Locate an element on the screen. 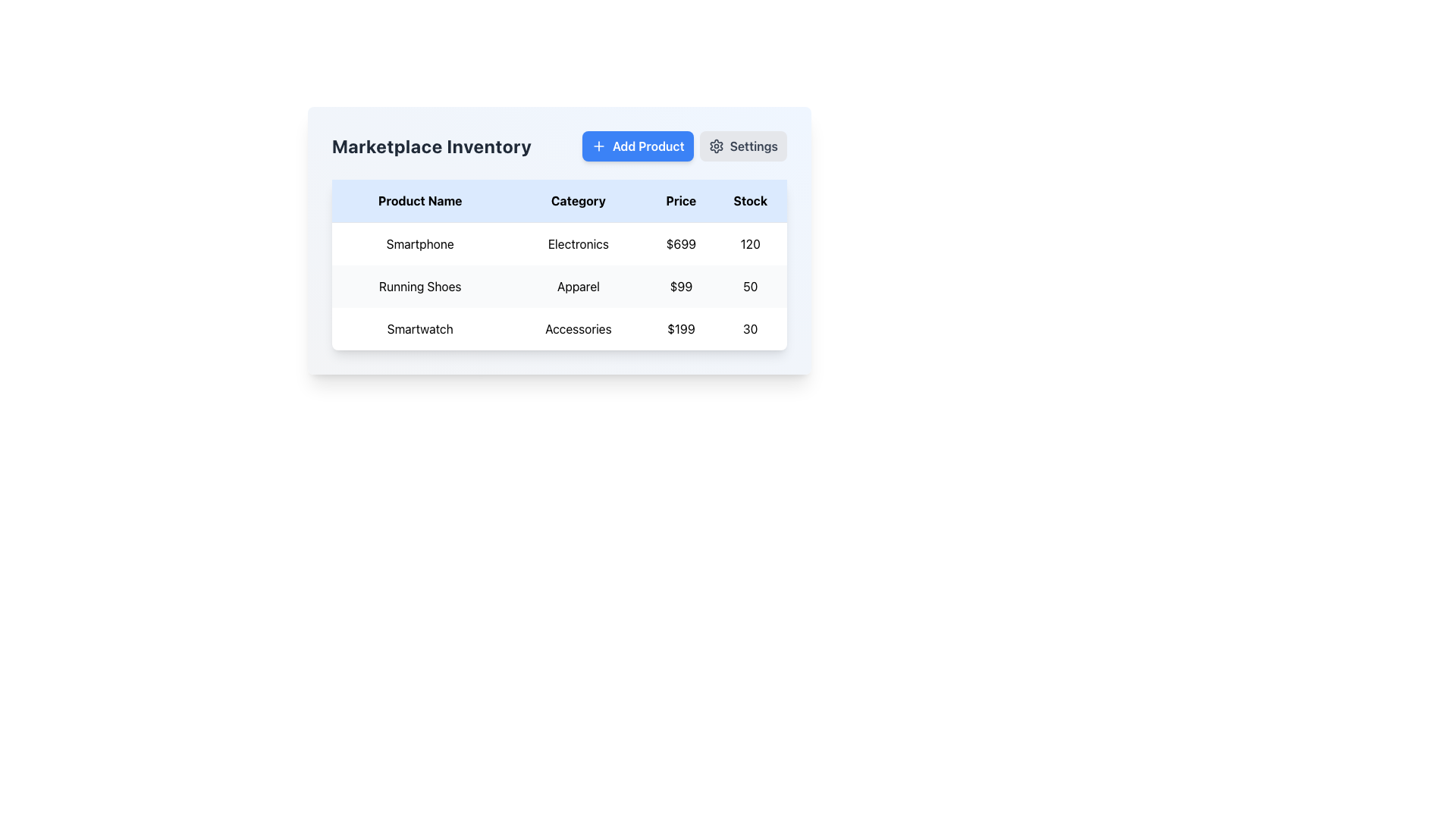  the third row of the product table that displays product information including name, category, price, and stock level, if interactivity is enabled is located at coordinates (559, 328).